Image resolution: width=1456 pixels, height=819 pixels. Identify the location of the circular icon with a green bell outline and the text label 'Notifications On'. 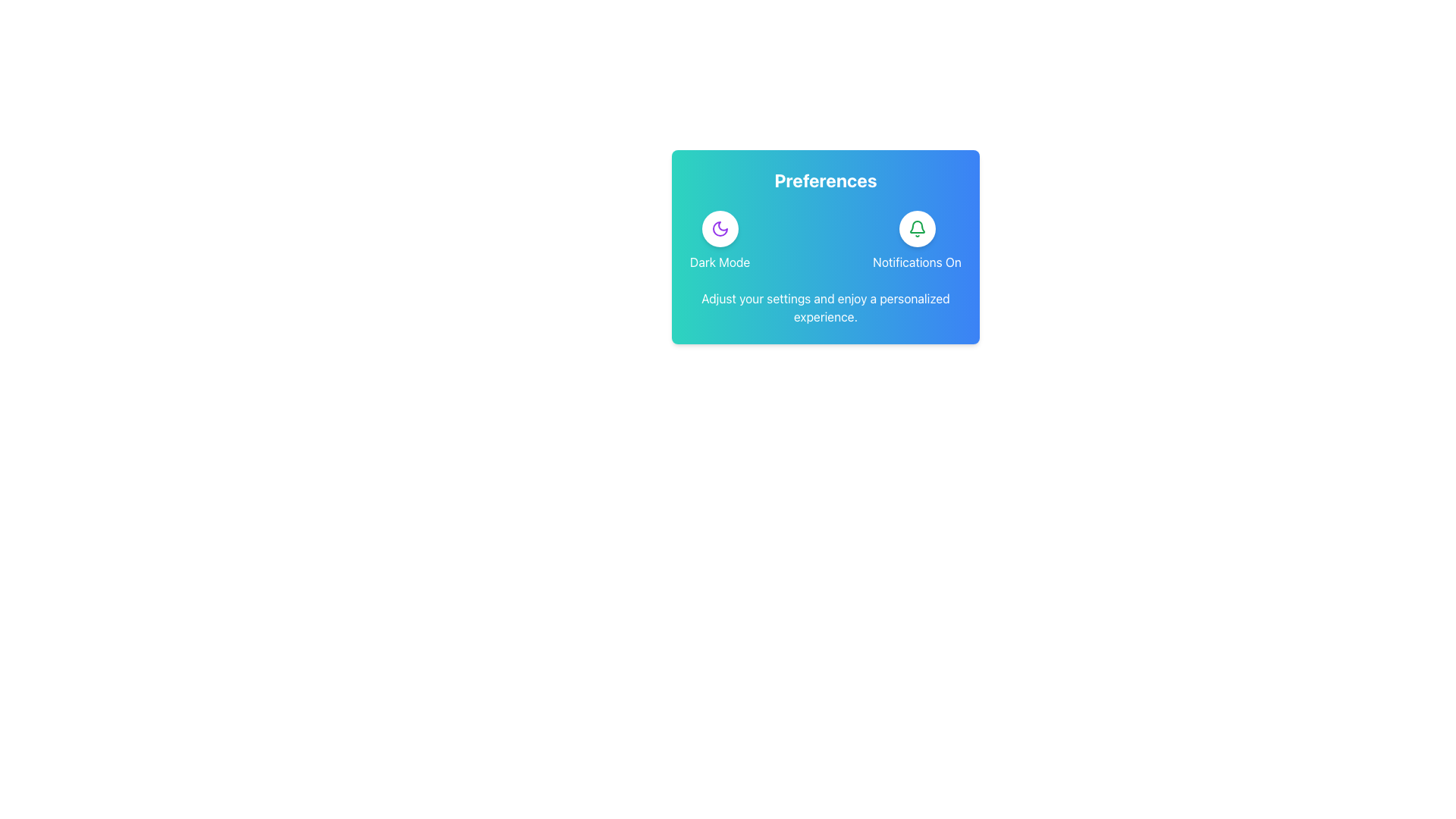
(916, 240).